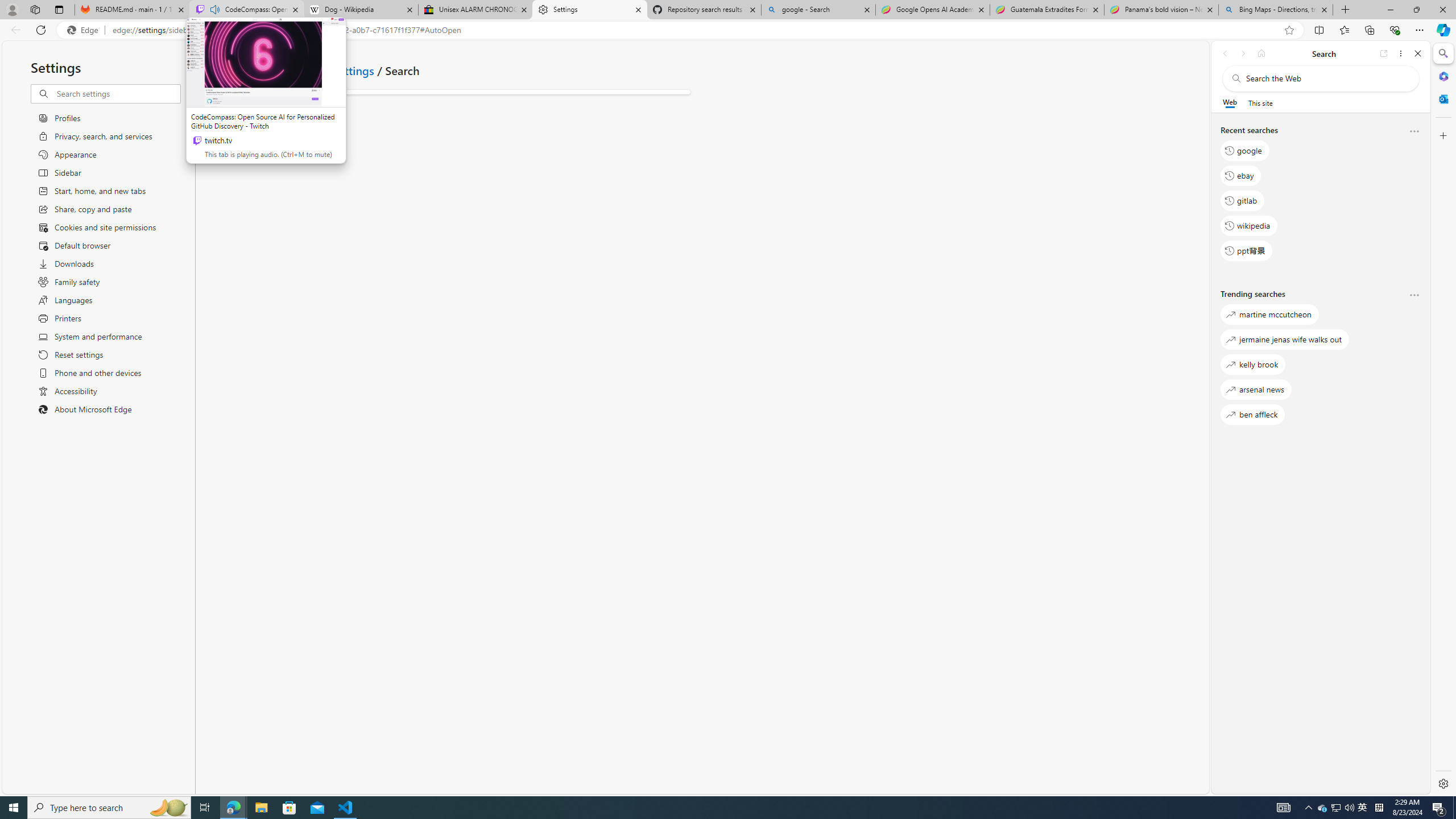 The width and height of the screenshot is (1456, 819). Describe the element at coordinates (1242, 53) in the screenshot. I see `'Forward'` at that location.